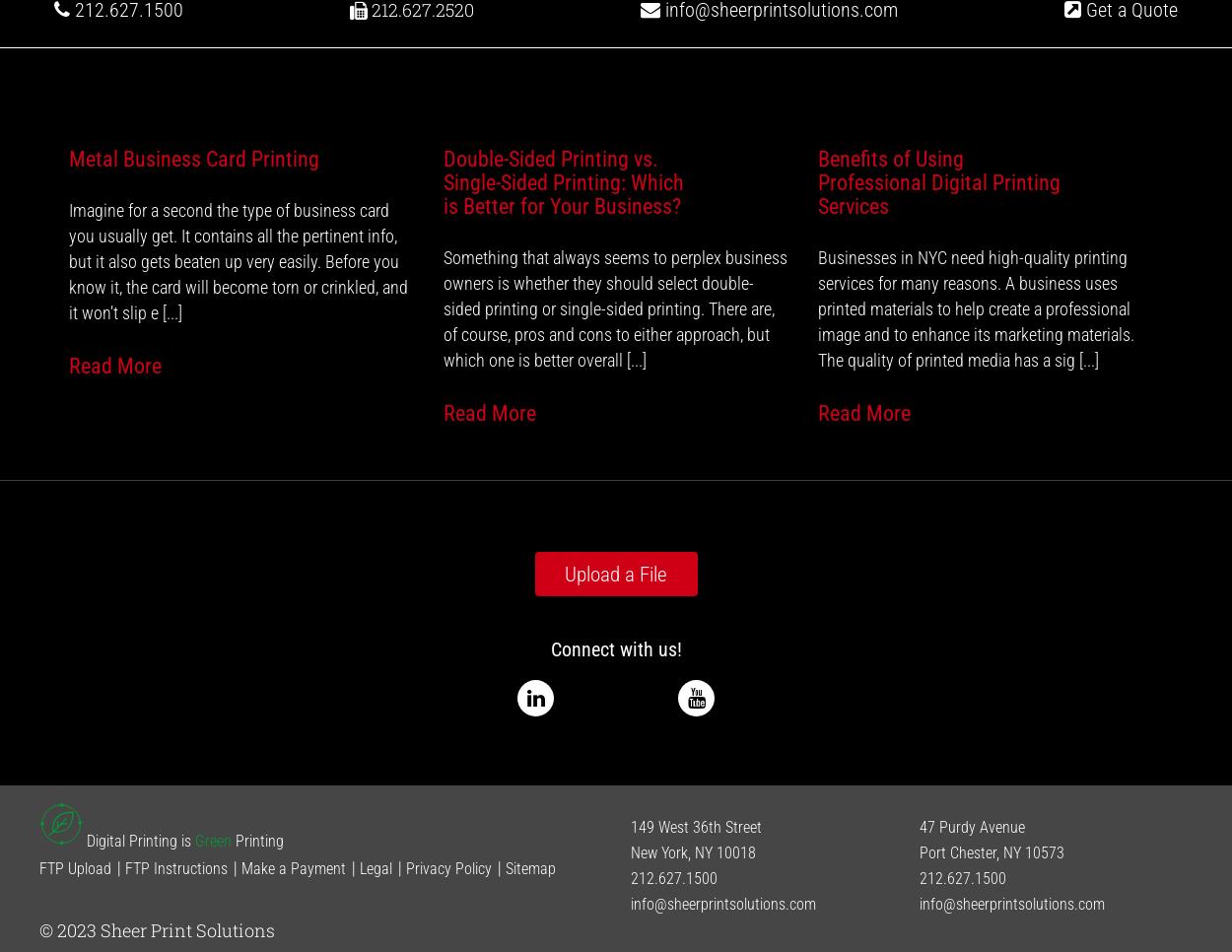 This screenshot has height=952, width=1232. I want to click on 'Imagine for a second the type of business card you usually get. It contains all the pertinent info, but it also gets beaten up very easily. Before you know it, the card will become torn or crinkled, and it won’t slip e [...]', so click(238, 261).